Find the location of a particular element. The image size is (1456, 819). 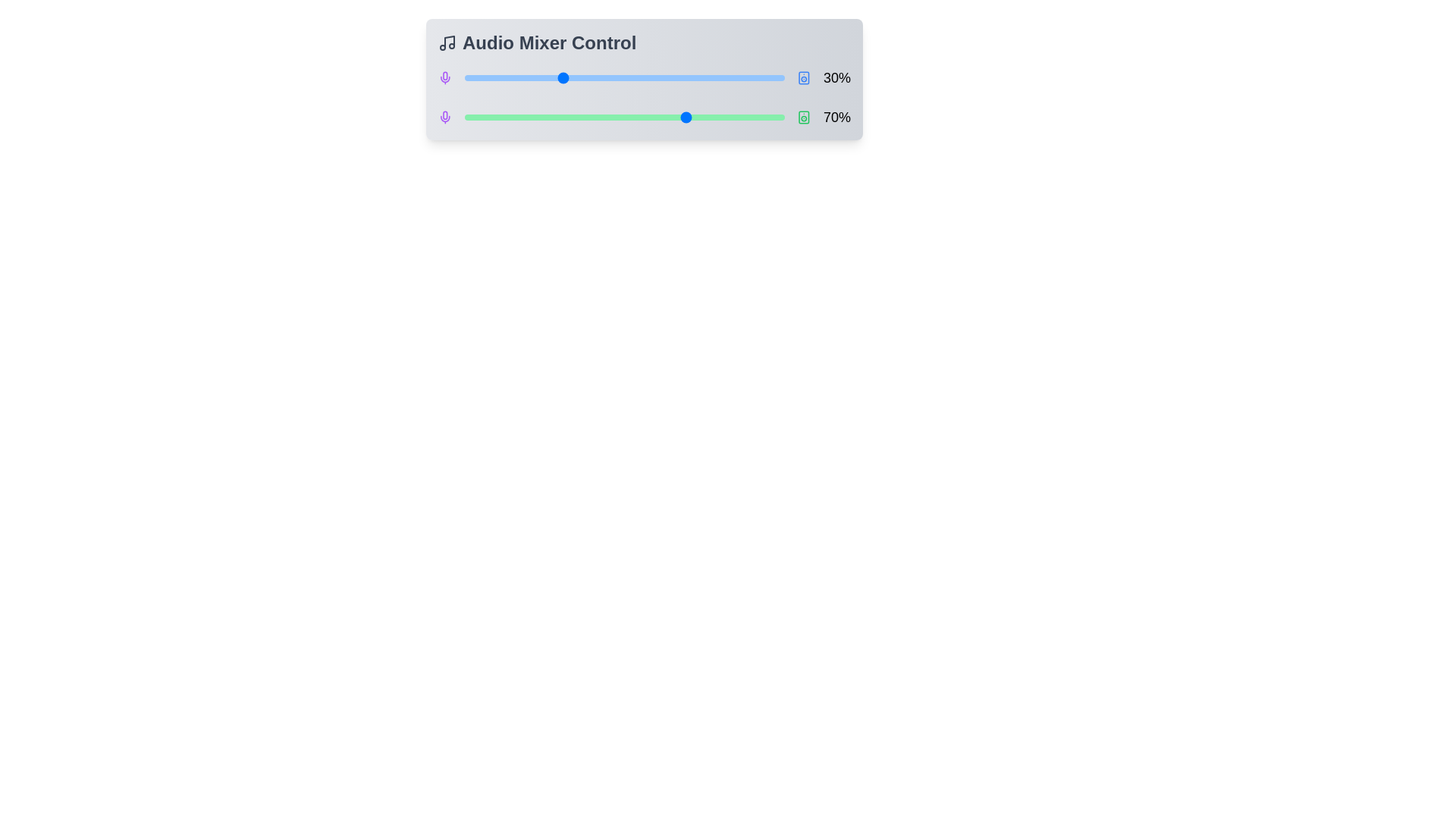

the slider is located at coordinates (604, 78).